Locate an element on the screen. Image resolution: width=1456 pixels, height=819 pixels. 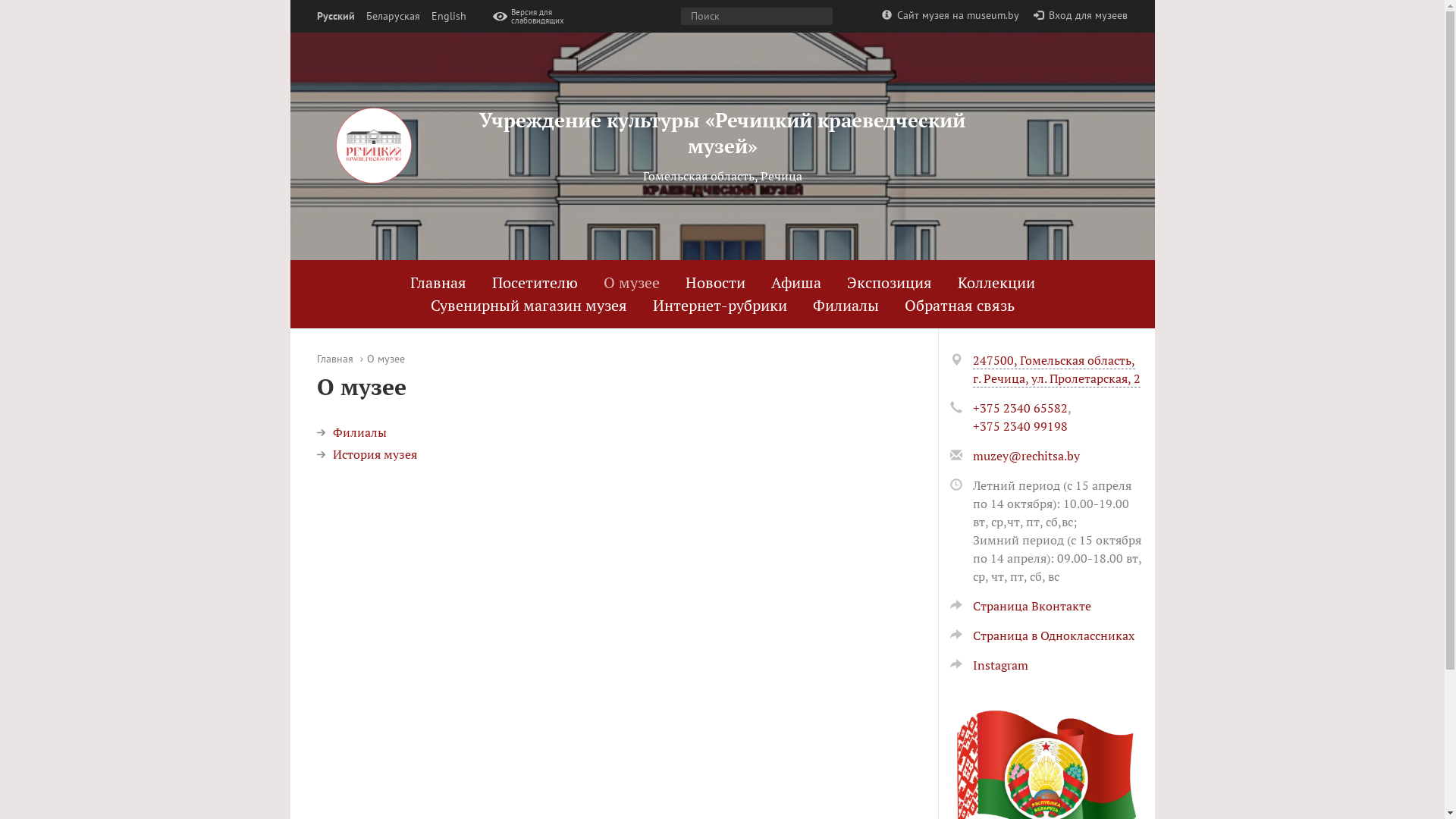
'English' is located at coordinates (447, 16).